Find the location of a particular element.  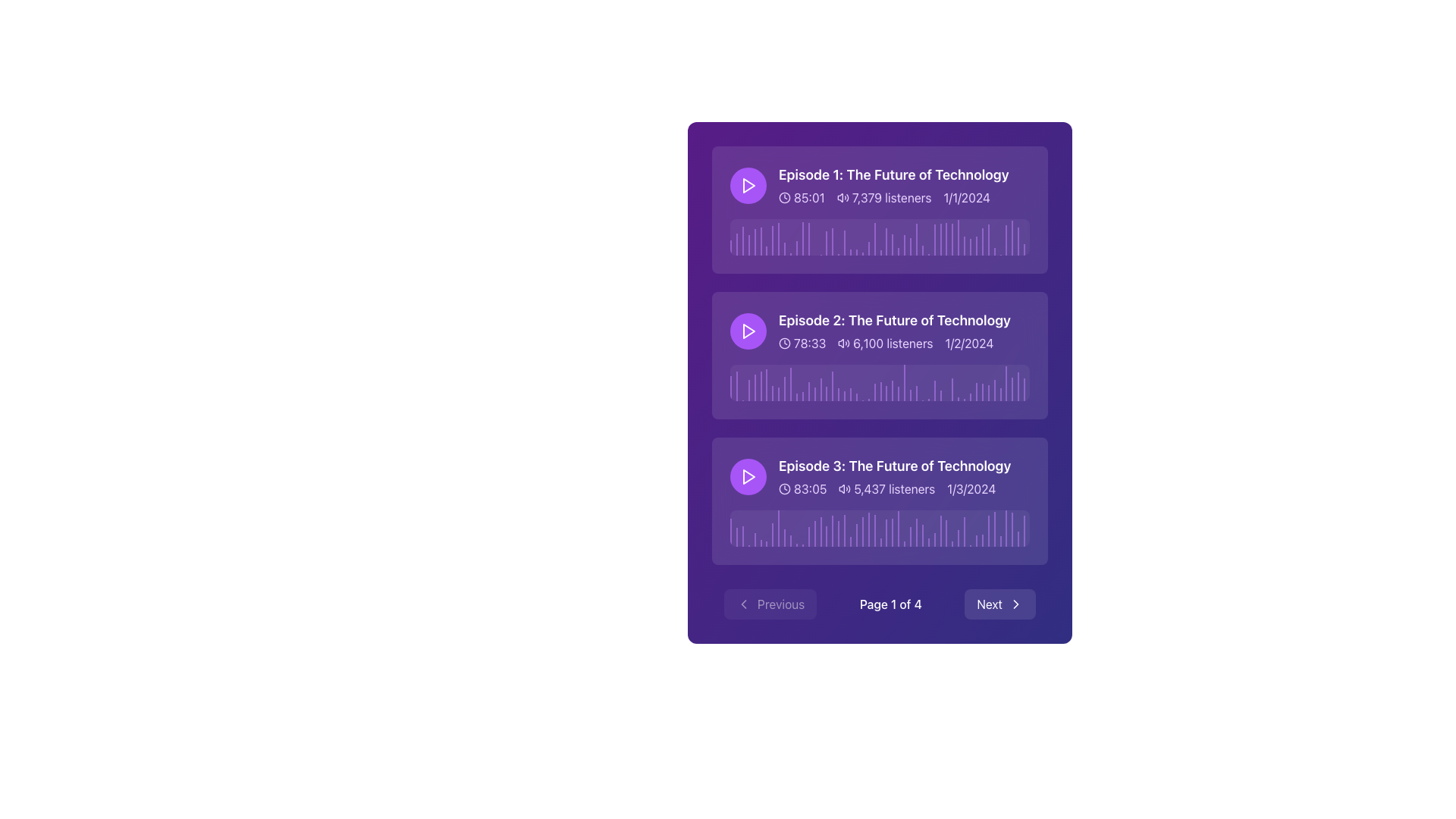

the duration label displaying '78:33' with the clock icon is located at coordinates (802, 343).